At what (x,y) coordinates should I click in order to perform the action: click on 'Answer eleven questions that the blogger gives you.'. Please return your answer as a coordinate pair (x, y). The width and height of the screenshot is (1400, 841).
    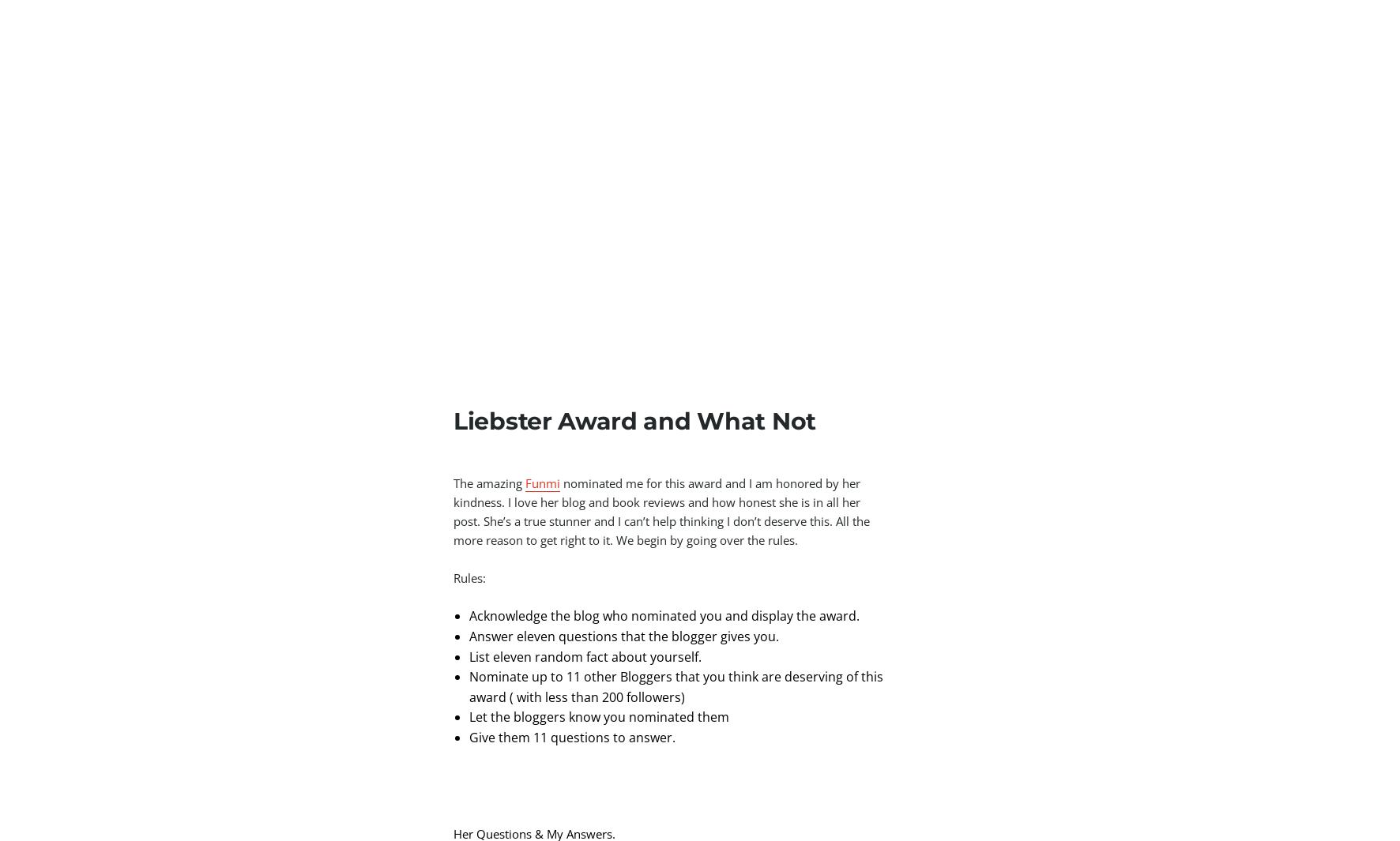
    Looking at the image, I should click on (469, 636).